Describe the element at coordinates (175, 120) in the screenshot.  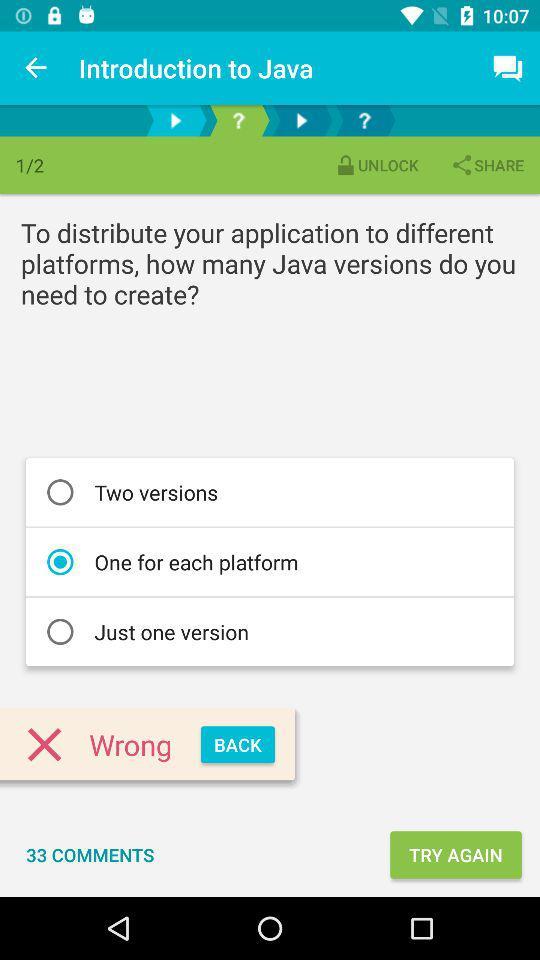
I see `go forward` at that location.